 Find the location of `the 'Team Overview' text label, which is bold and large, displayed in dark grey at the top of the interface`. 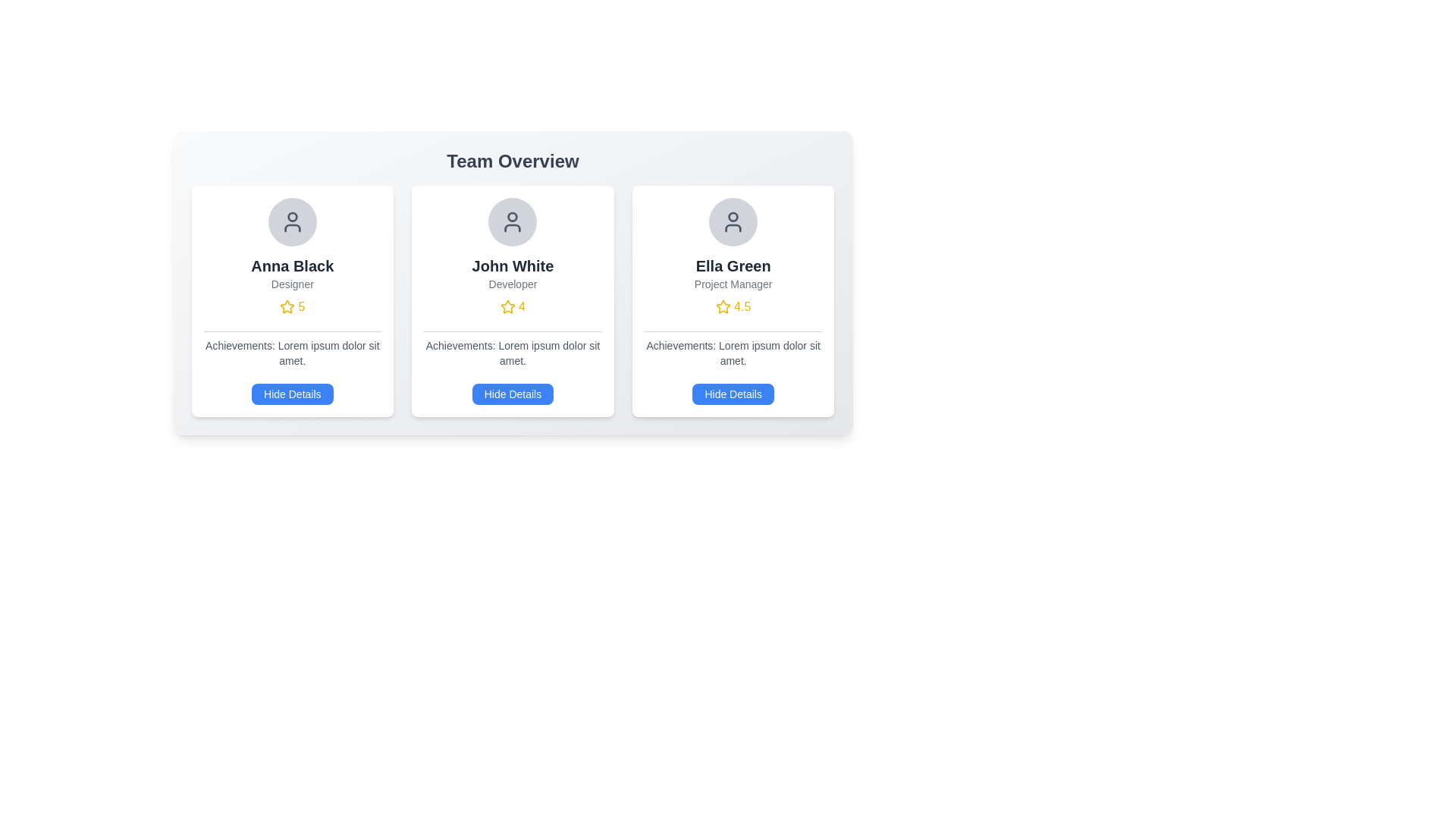

the 'Team Overview' text label, which is bold and large, displayed in dark grey at the top of the interface is located at coordinates (513, 161).